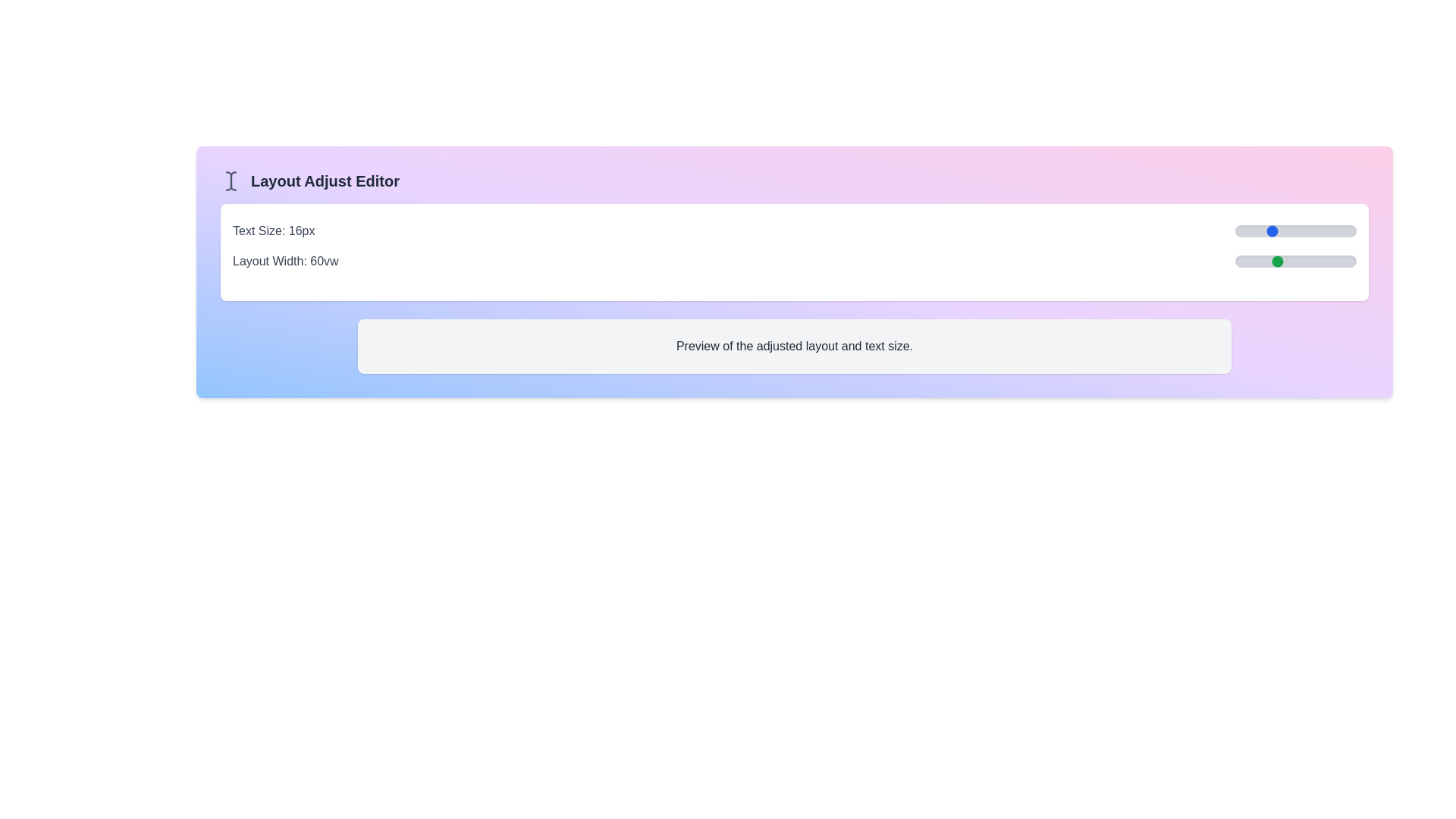  Describe the element at coordinates (1336, 260) in the screenshot. I see `the layout width` at that location.